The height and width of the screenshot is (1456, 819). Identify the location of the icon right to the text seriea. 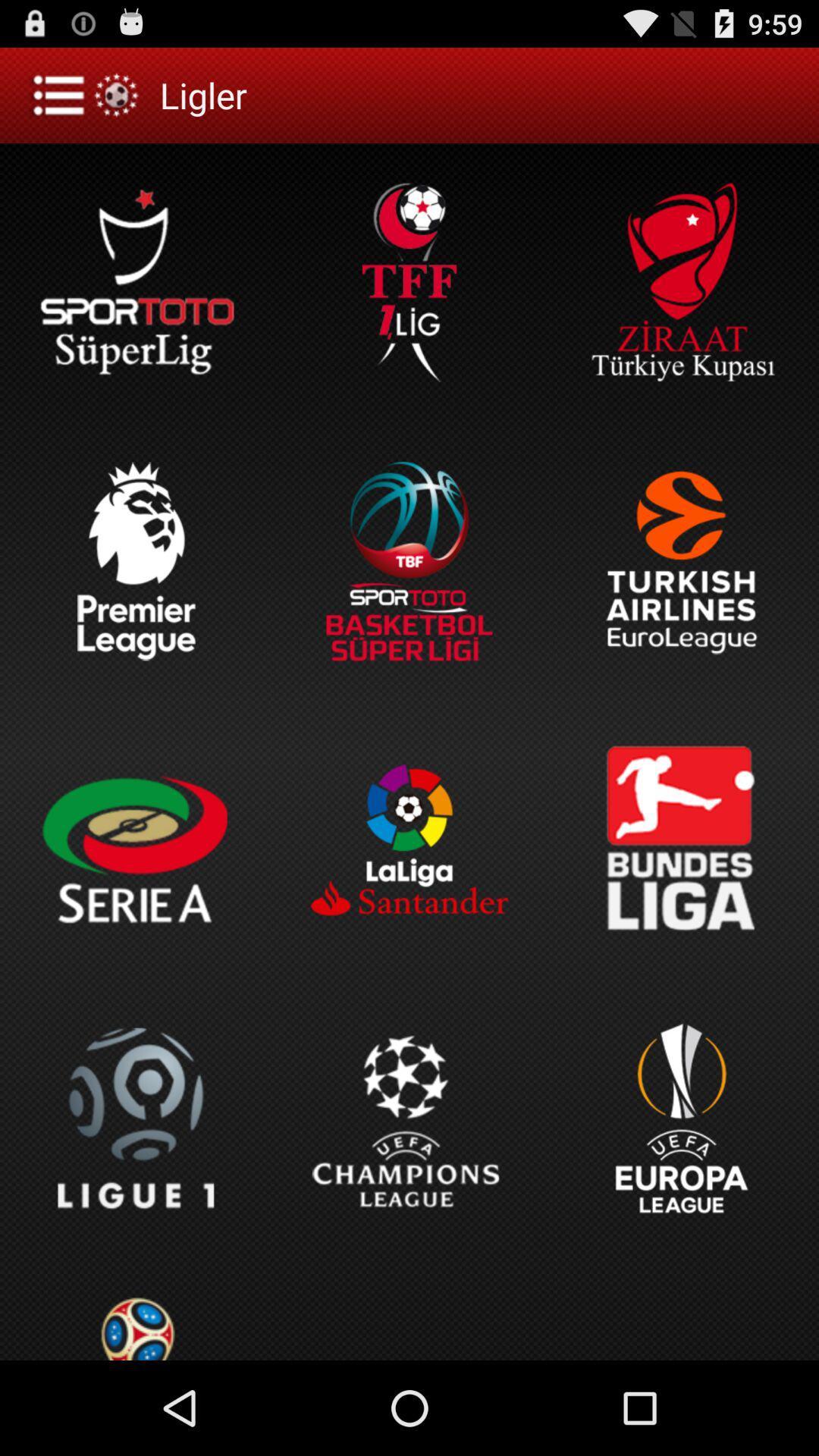
(409, 839).